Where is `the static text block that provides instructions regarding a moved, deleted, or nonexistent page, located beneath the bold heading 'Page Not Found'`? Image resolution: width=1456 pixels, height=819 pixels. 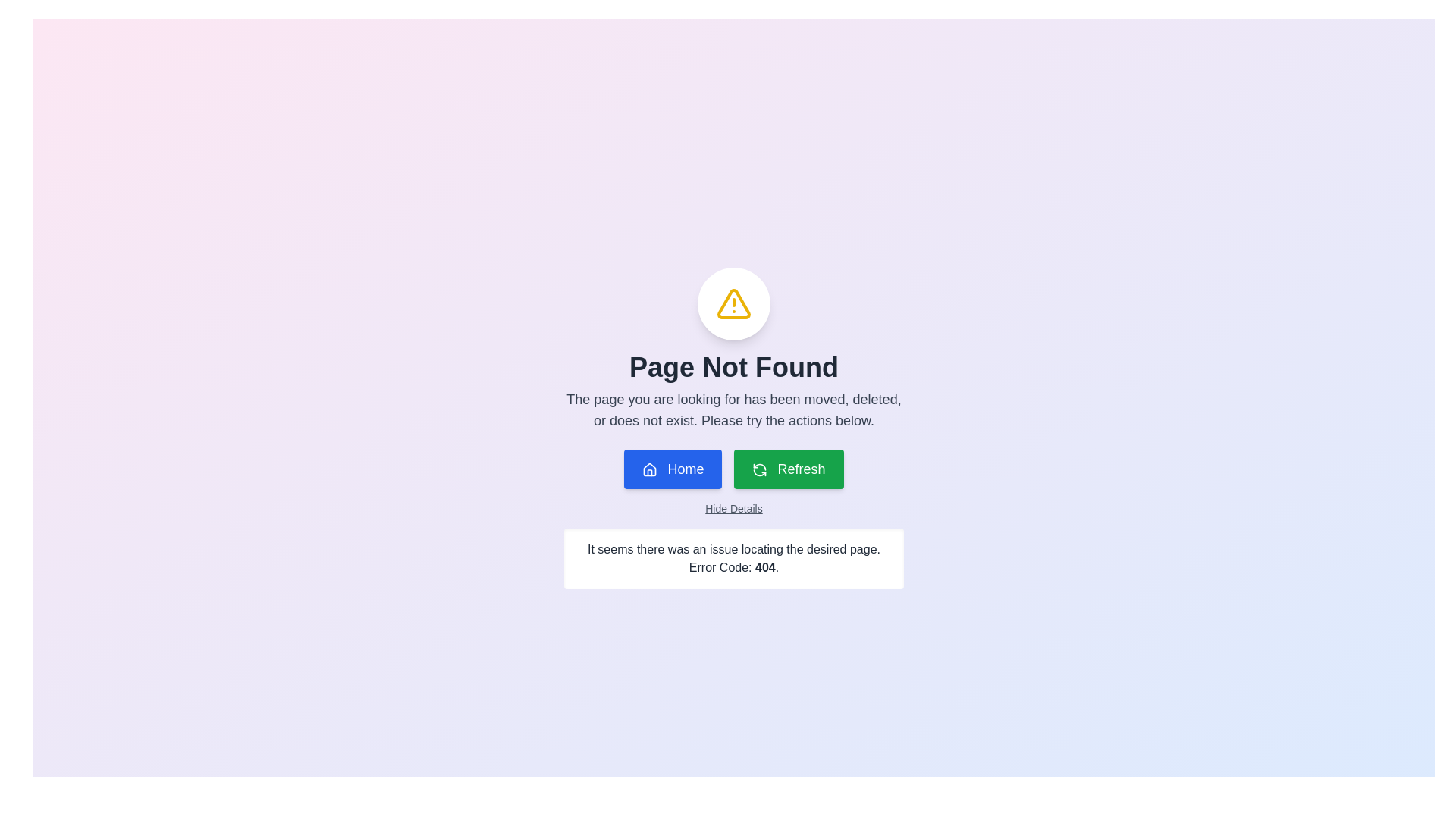
the static text block that provides instructions regarding a moved, deleted, or nonexistent page, located beneath the bold heading 'Page Not Found' is located at coordinates (734, 409).